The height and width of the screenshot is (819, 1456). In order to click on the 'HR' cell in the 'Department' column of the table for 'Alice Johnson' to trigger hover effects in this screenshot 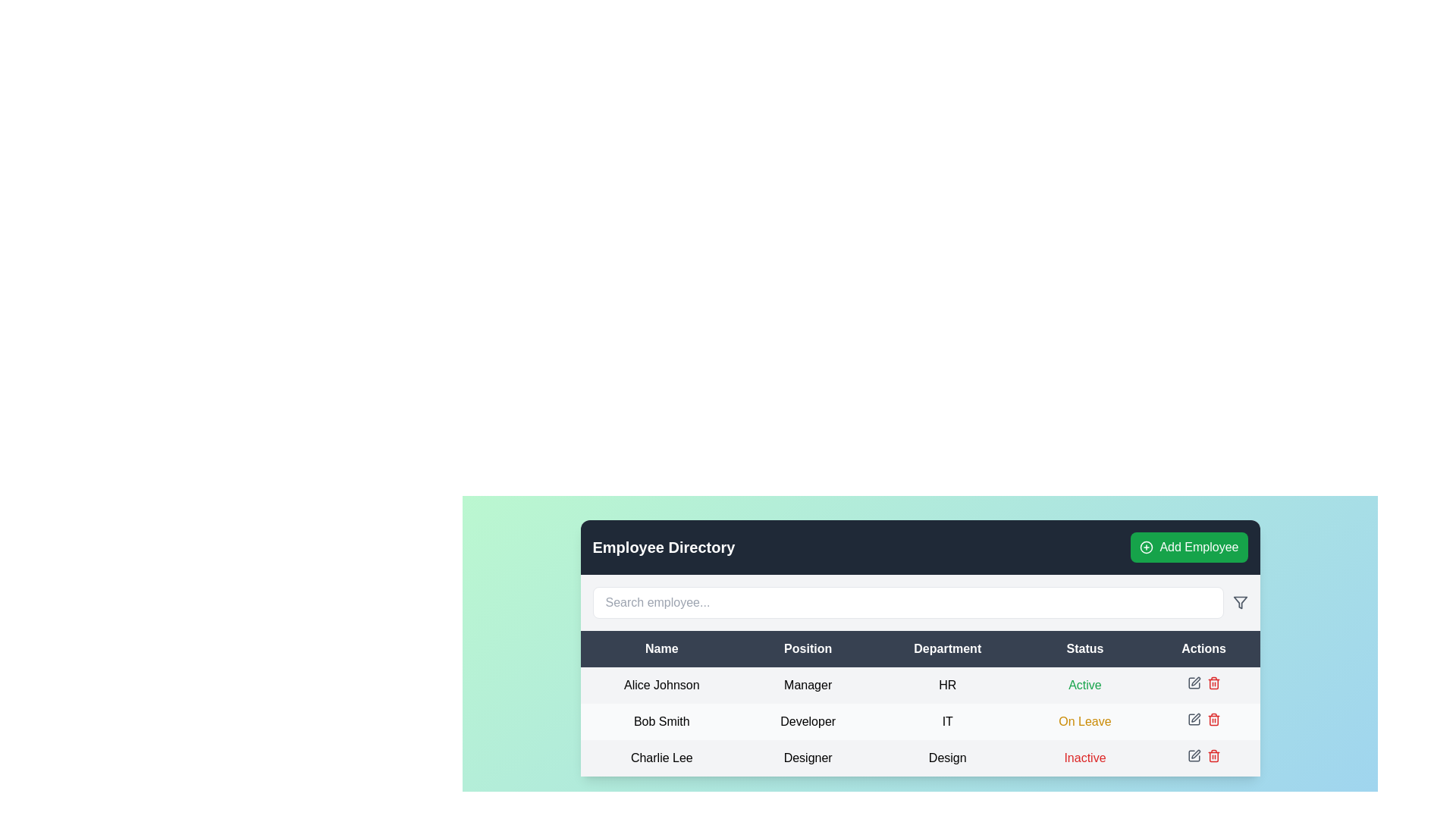, I will do `click(919, 704)`.